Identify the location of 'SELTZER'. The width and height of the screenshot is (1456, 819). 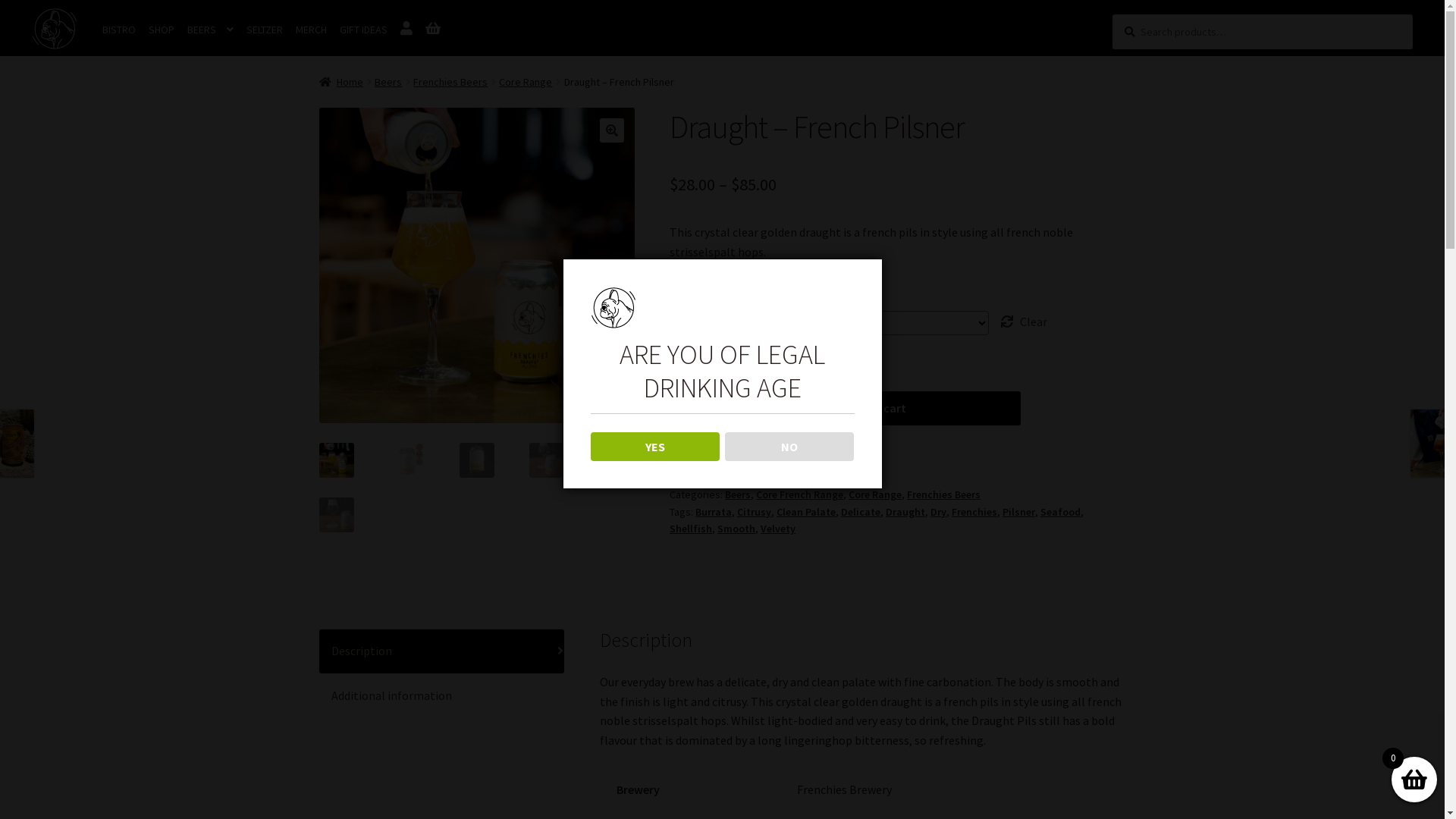
(240, 30).